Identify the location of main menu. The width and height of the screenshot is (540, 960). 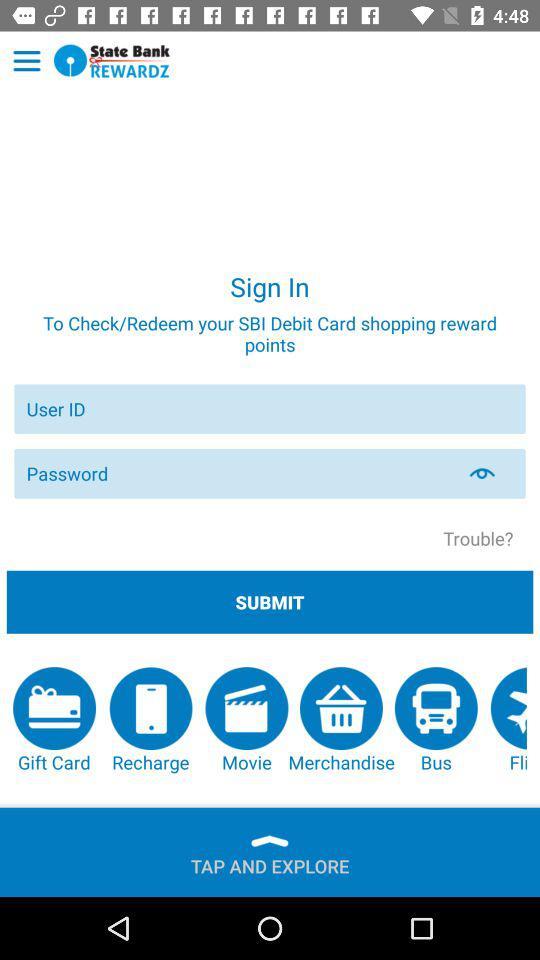
(26, 61).